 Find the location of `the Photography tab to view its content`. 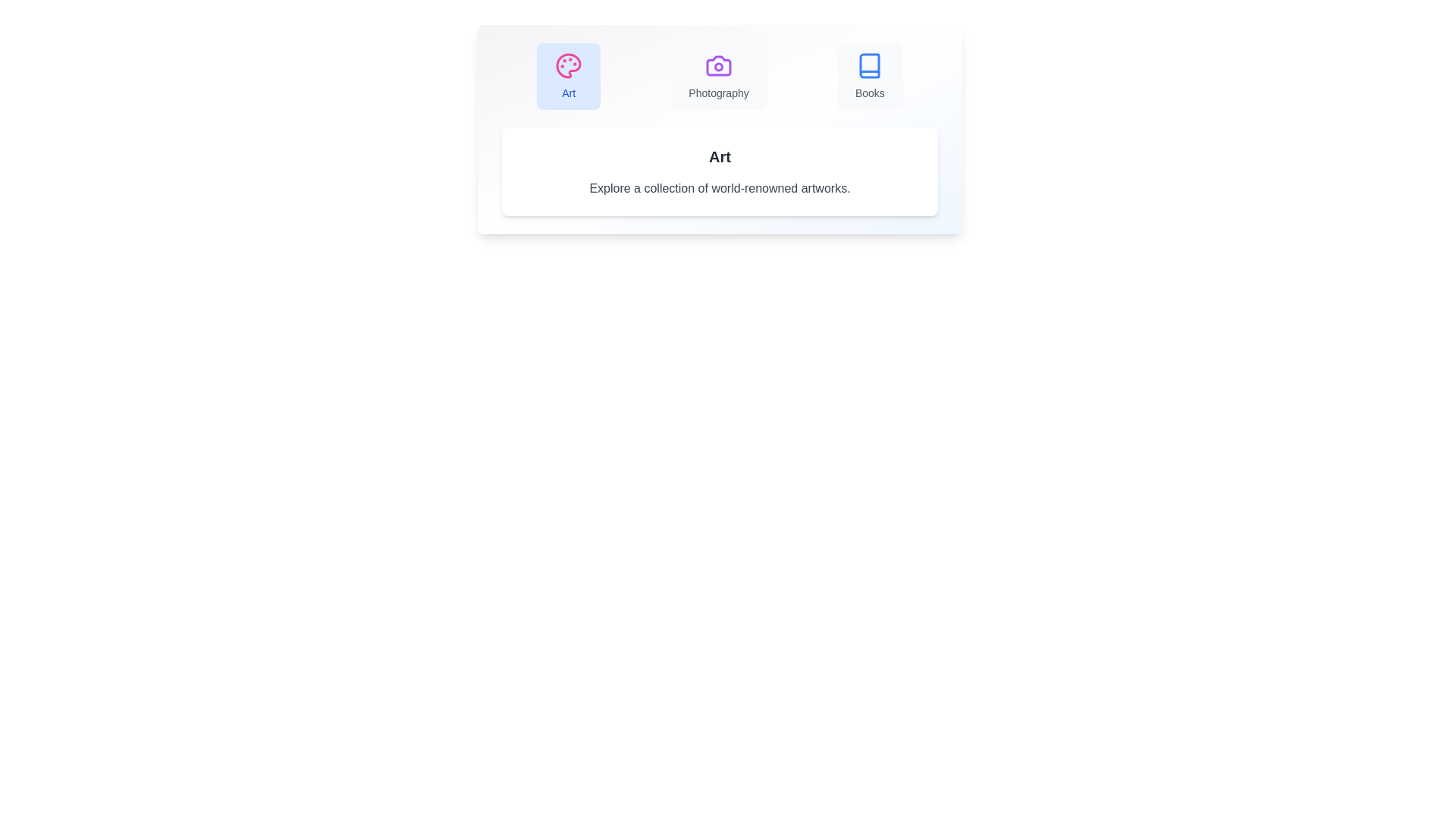

the Photography tab to view its content is located at coordinates (718, 76).